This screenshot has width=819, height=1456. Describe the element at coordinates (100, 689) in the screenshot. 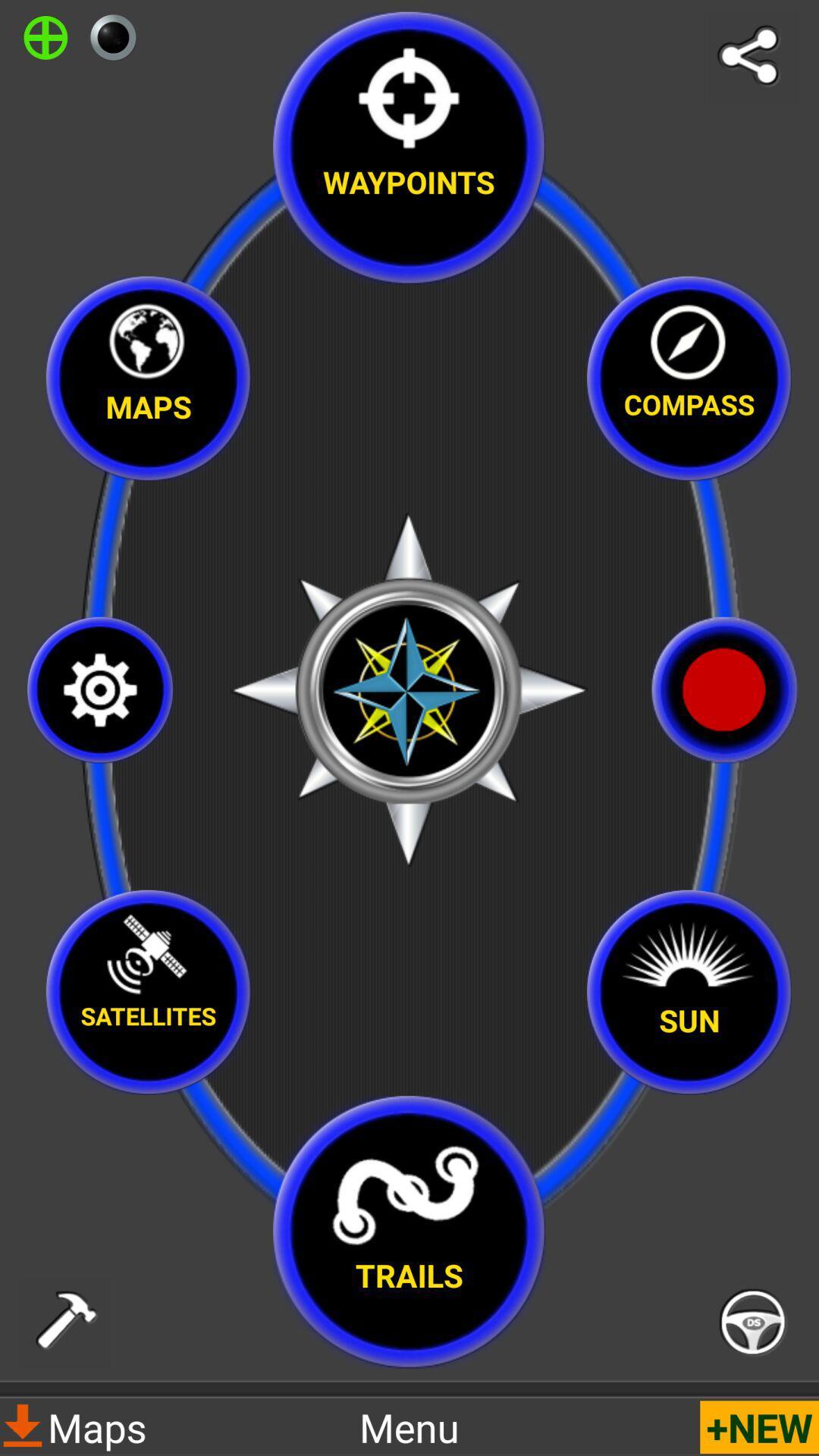

I see `the settings icon` at that location.